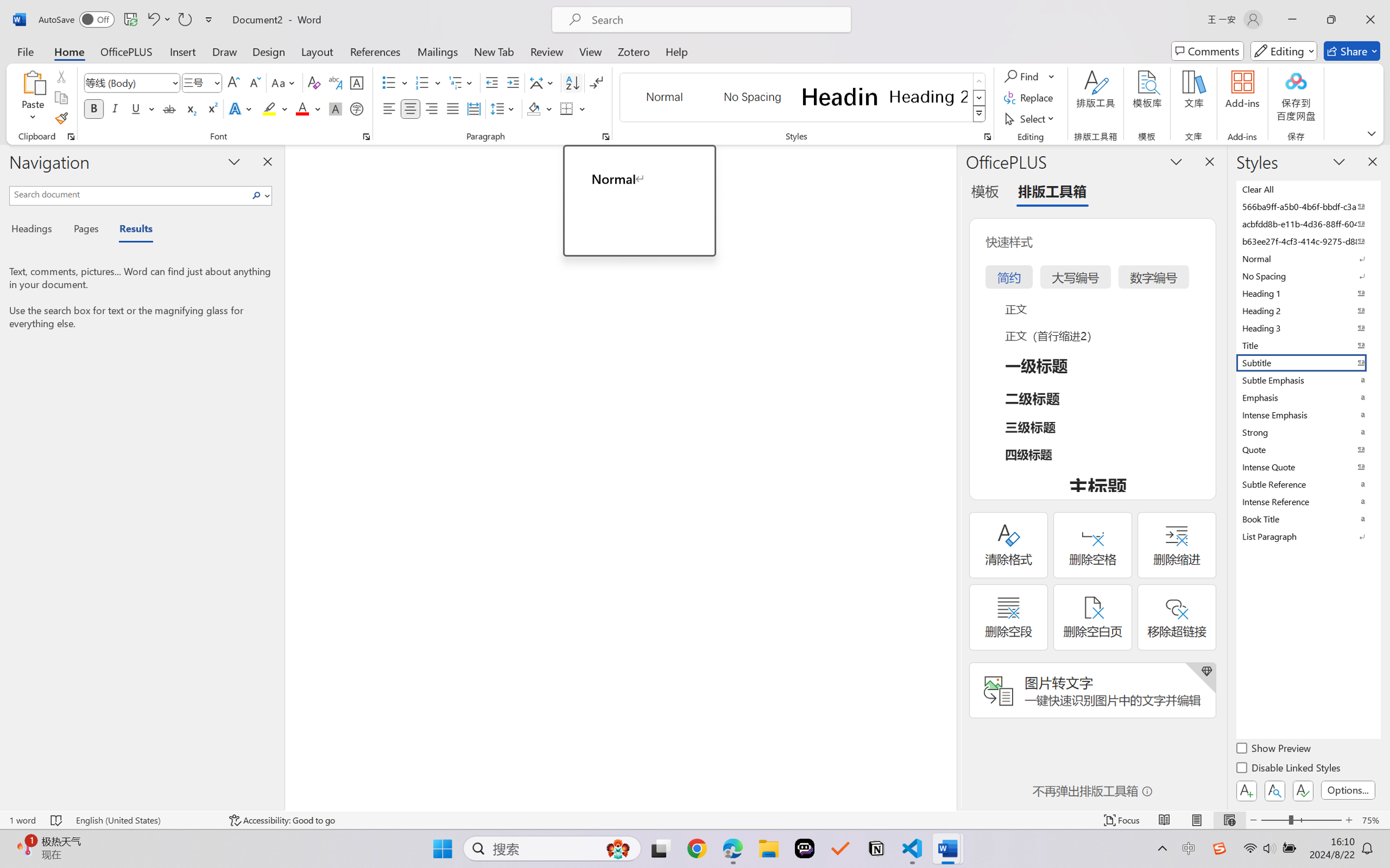  Describe the element at coordinates (572, 83) in the screenshot. I see `'Sort...'` at that location.